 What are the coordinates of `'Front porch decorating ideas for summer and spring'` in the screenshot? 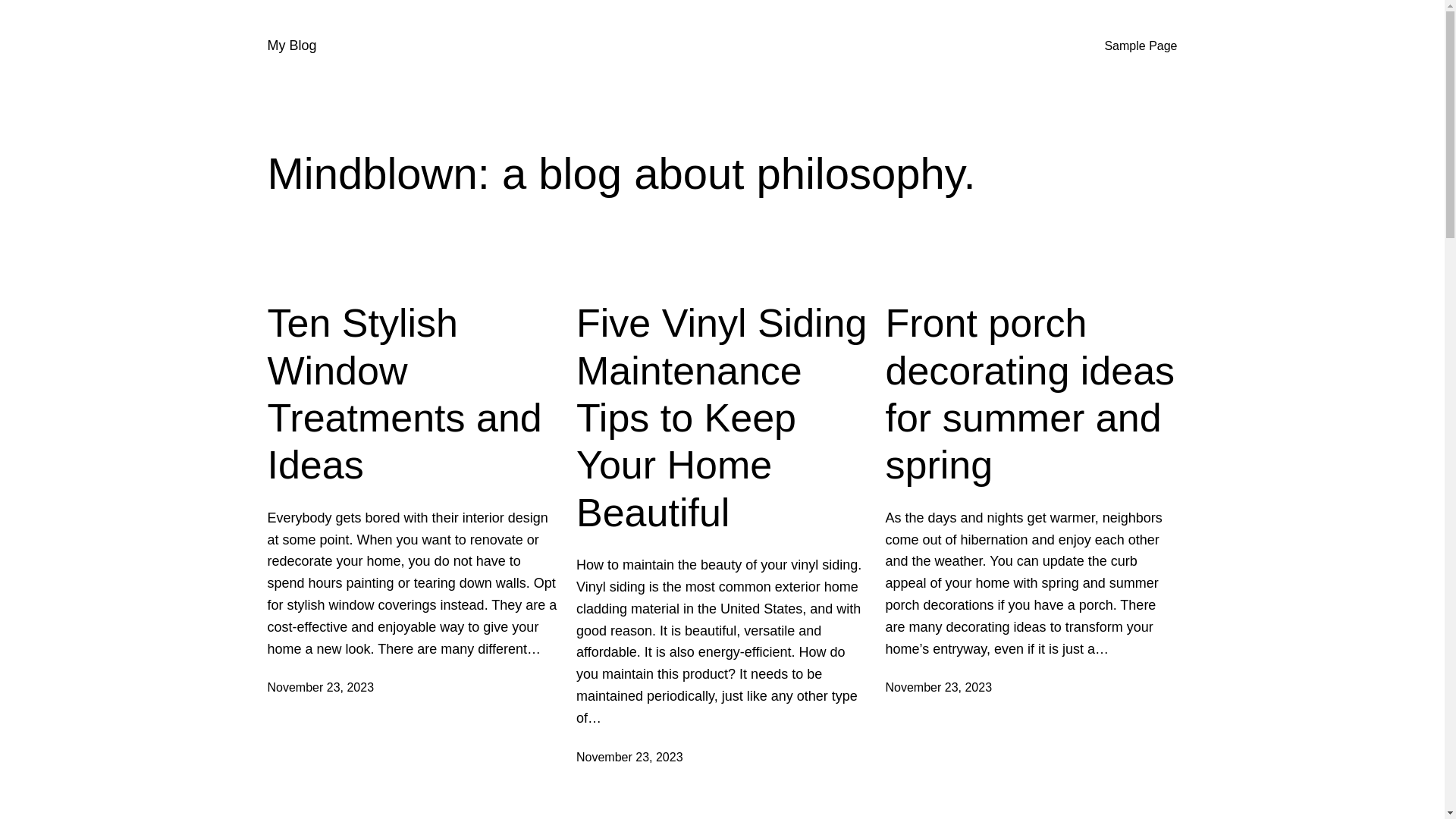 It's located at (1031, 394).